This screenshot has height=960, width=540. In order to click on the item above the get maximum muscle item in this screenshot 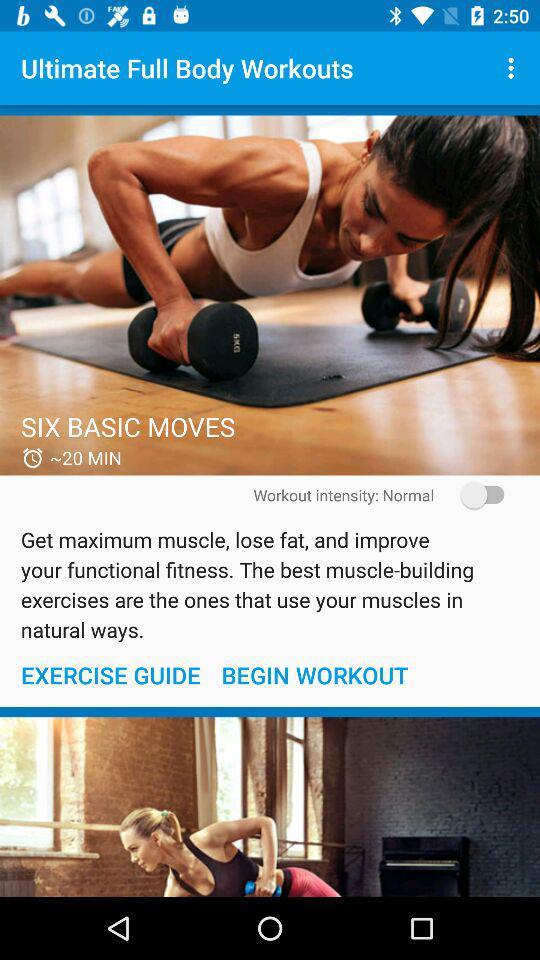, I will do `click(475, 494)`.